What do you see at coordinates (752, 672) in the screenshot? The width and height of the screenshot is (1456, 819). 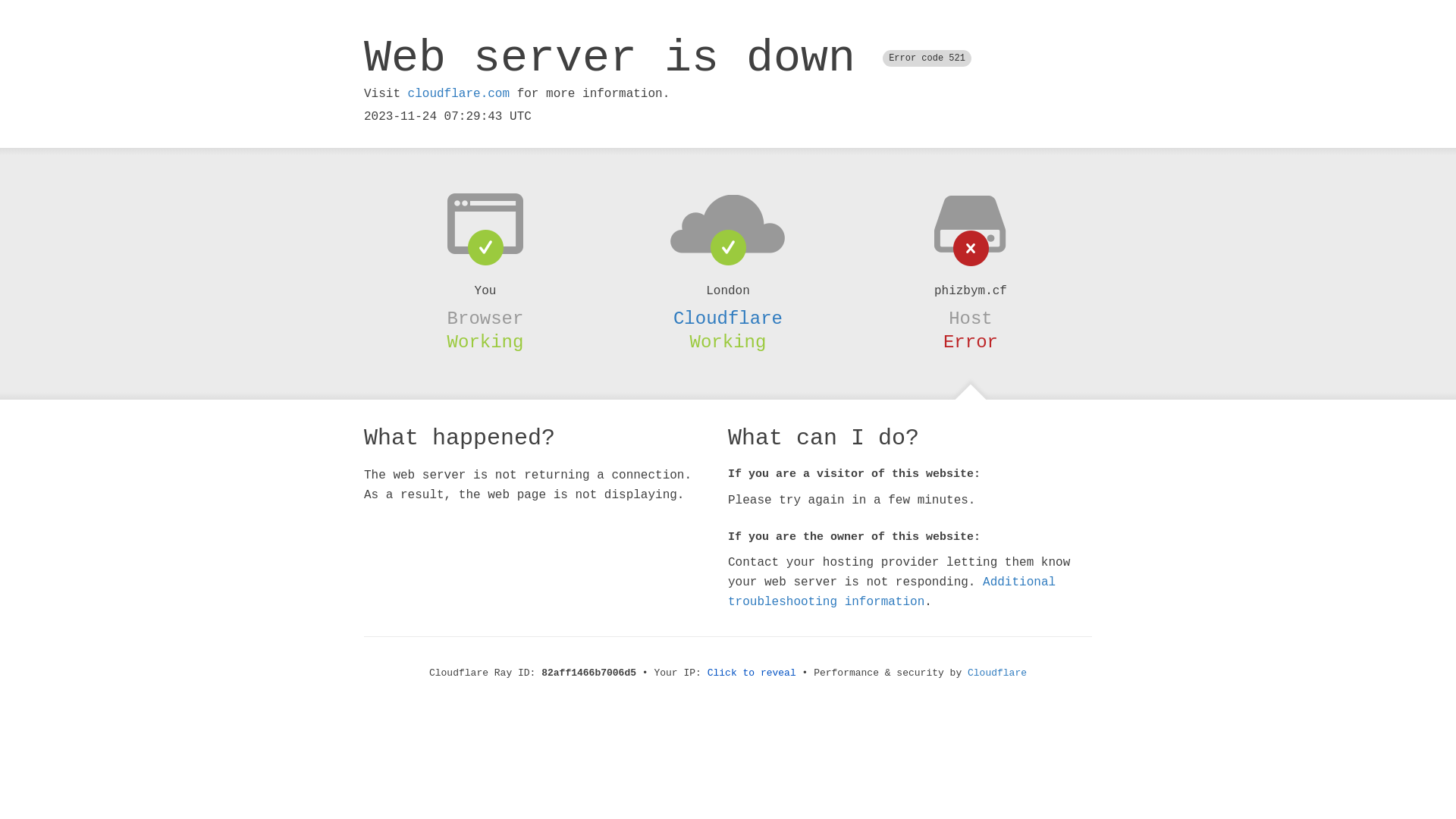 I see `'Click to reveal'` at bounding box center [752, 672].